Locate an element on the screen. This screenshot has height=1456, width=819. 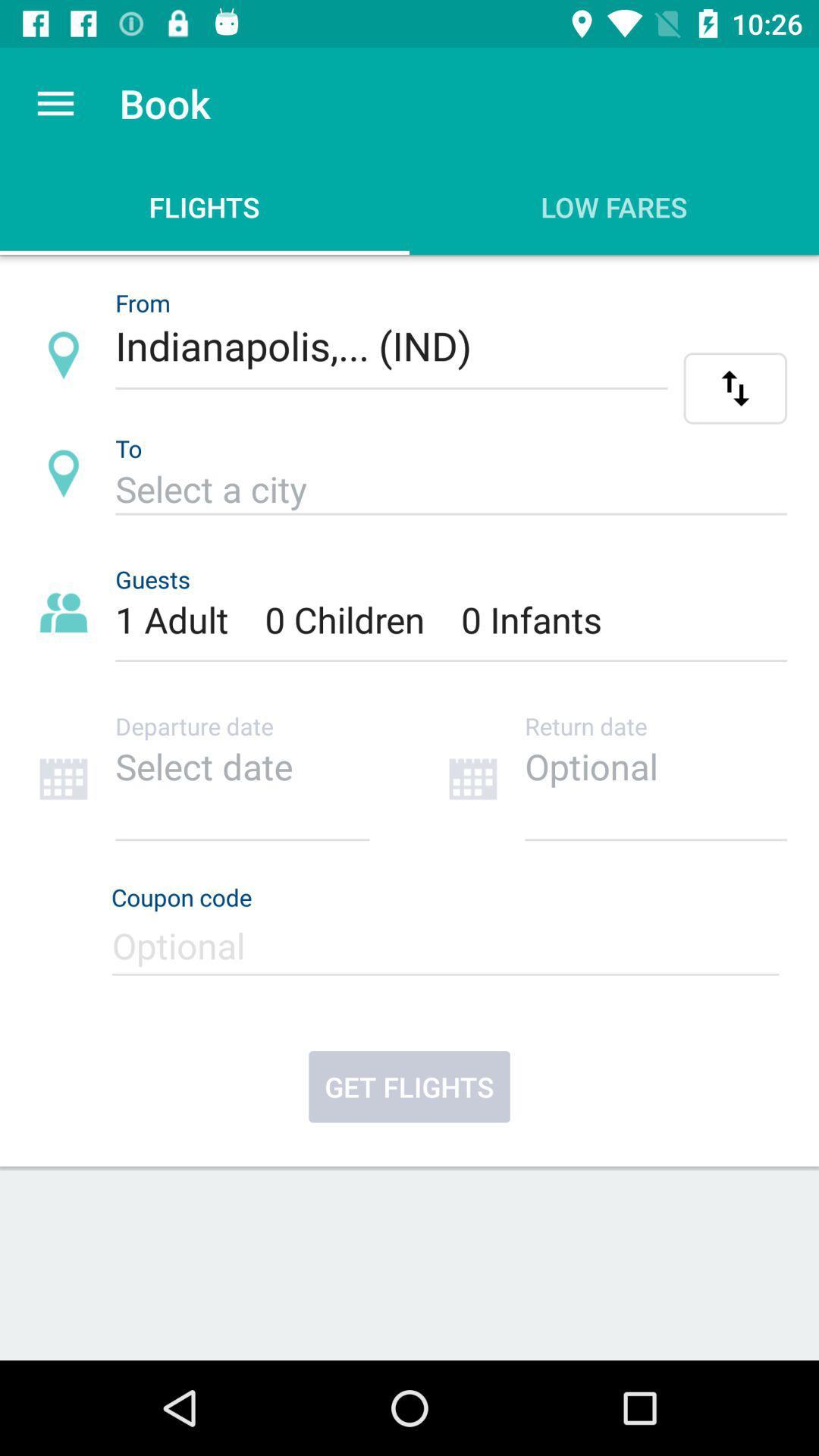
scroll up or down is located at coordinates (734, 388).